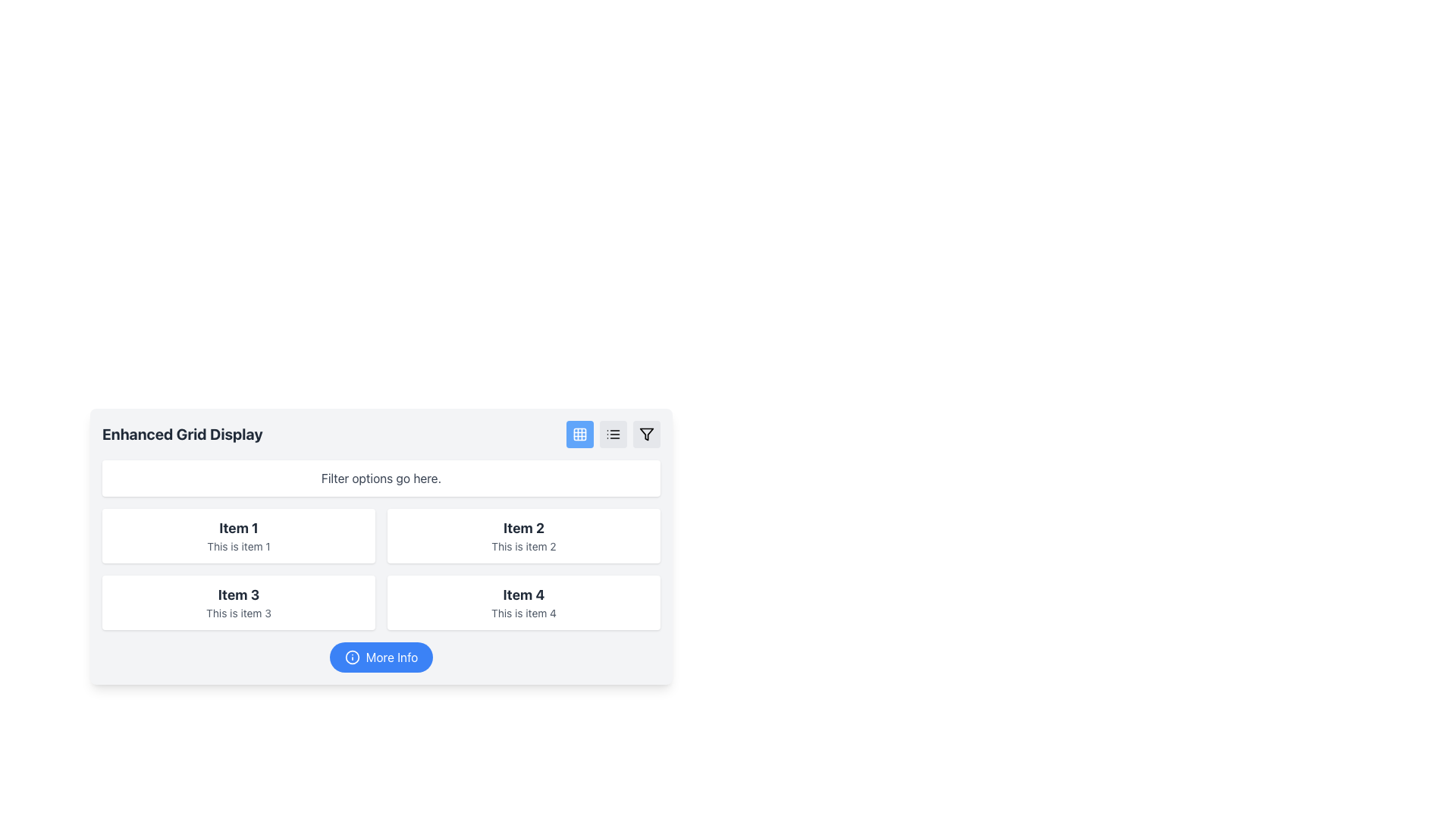 The image size is (1456, 819). Describe the element at coordinates (238, 528) in the screenshot. I see `the card` at that location.